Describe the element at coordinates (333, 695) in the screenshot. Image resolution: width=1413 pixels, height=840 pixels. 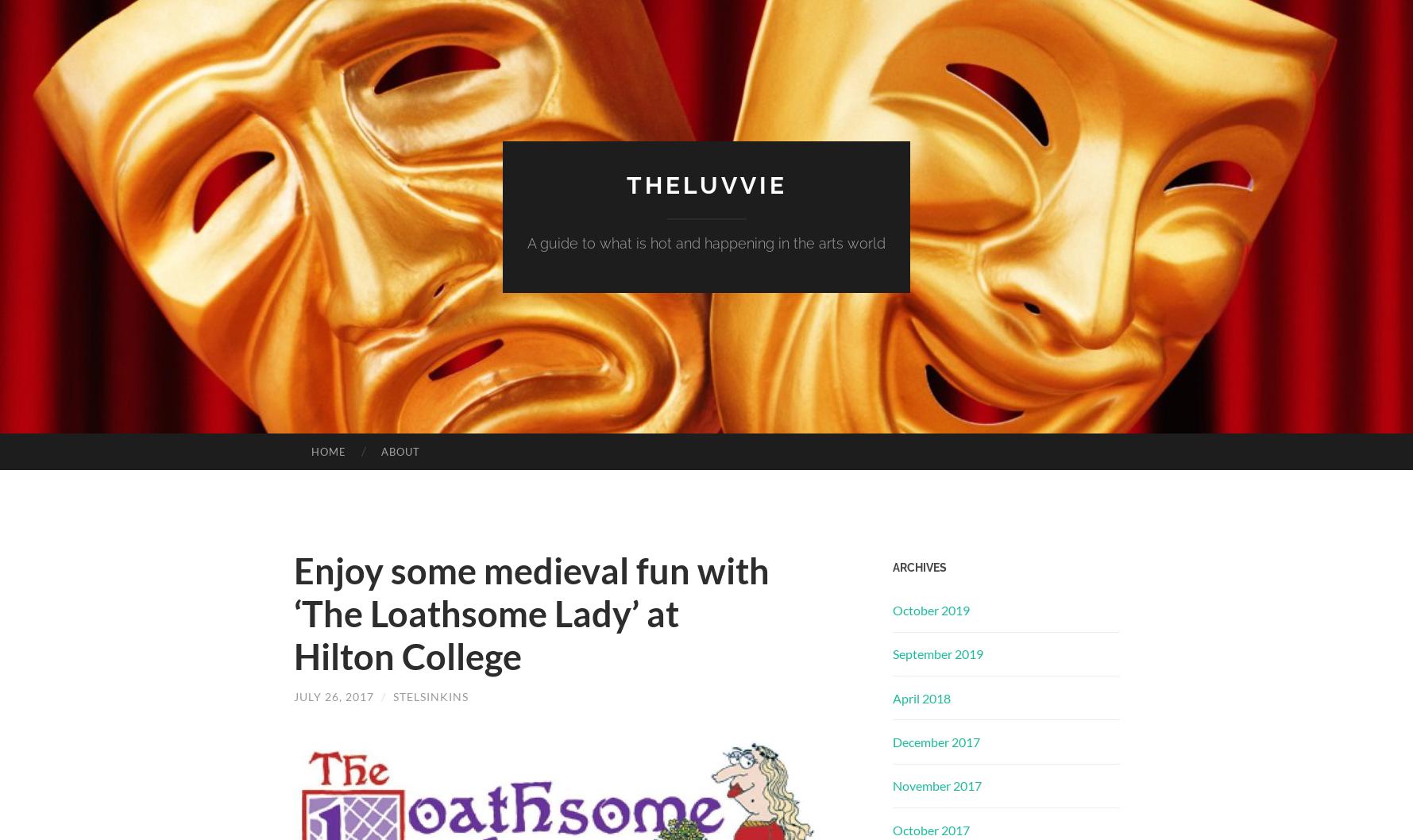
I see `'July 26, 2017'` at that location.